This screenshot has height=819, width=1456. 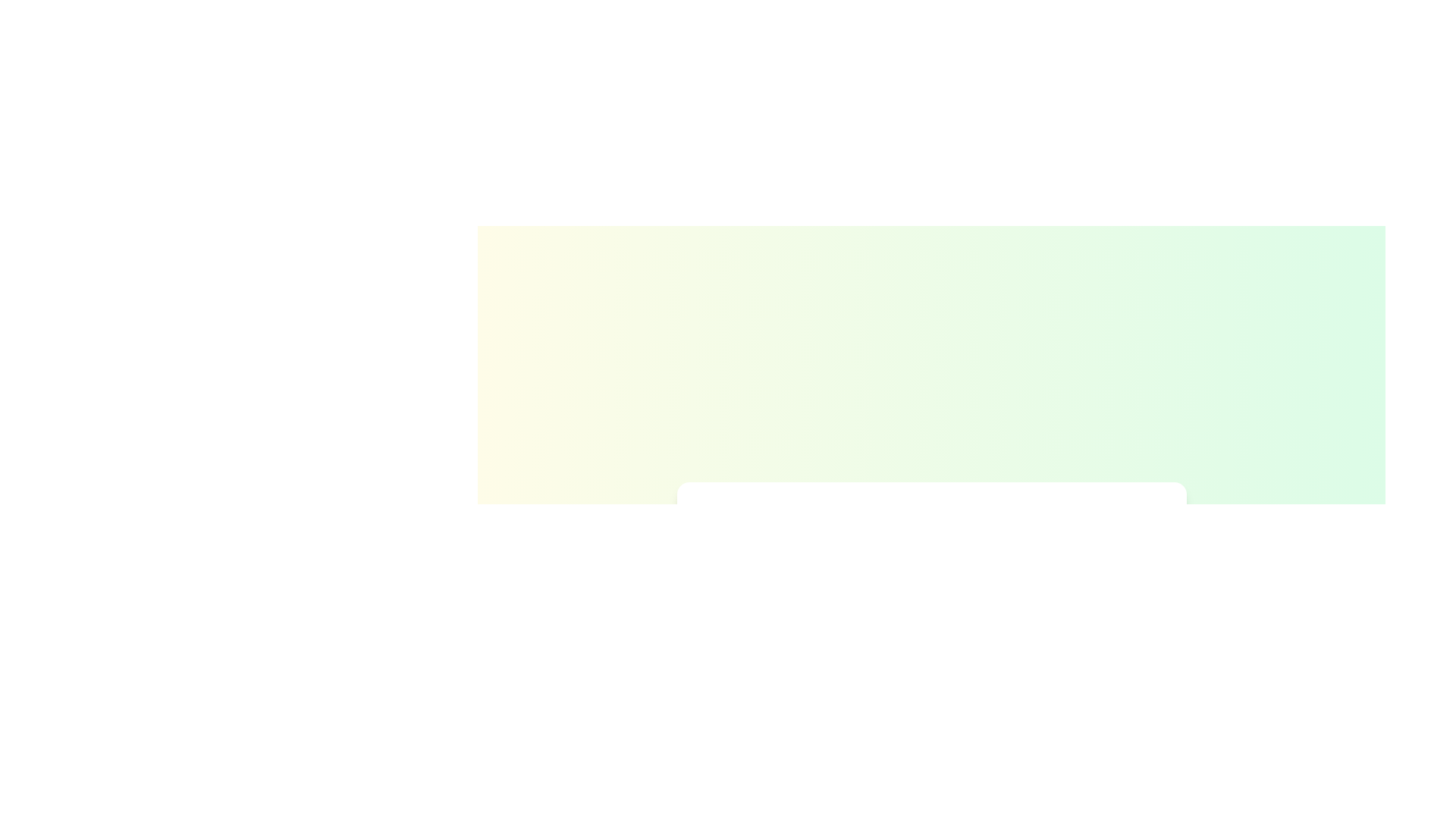 What do you see at coordinates (1063, 639) in the screenshot?
I see `the slider value` at bounding box center [1063, 639].